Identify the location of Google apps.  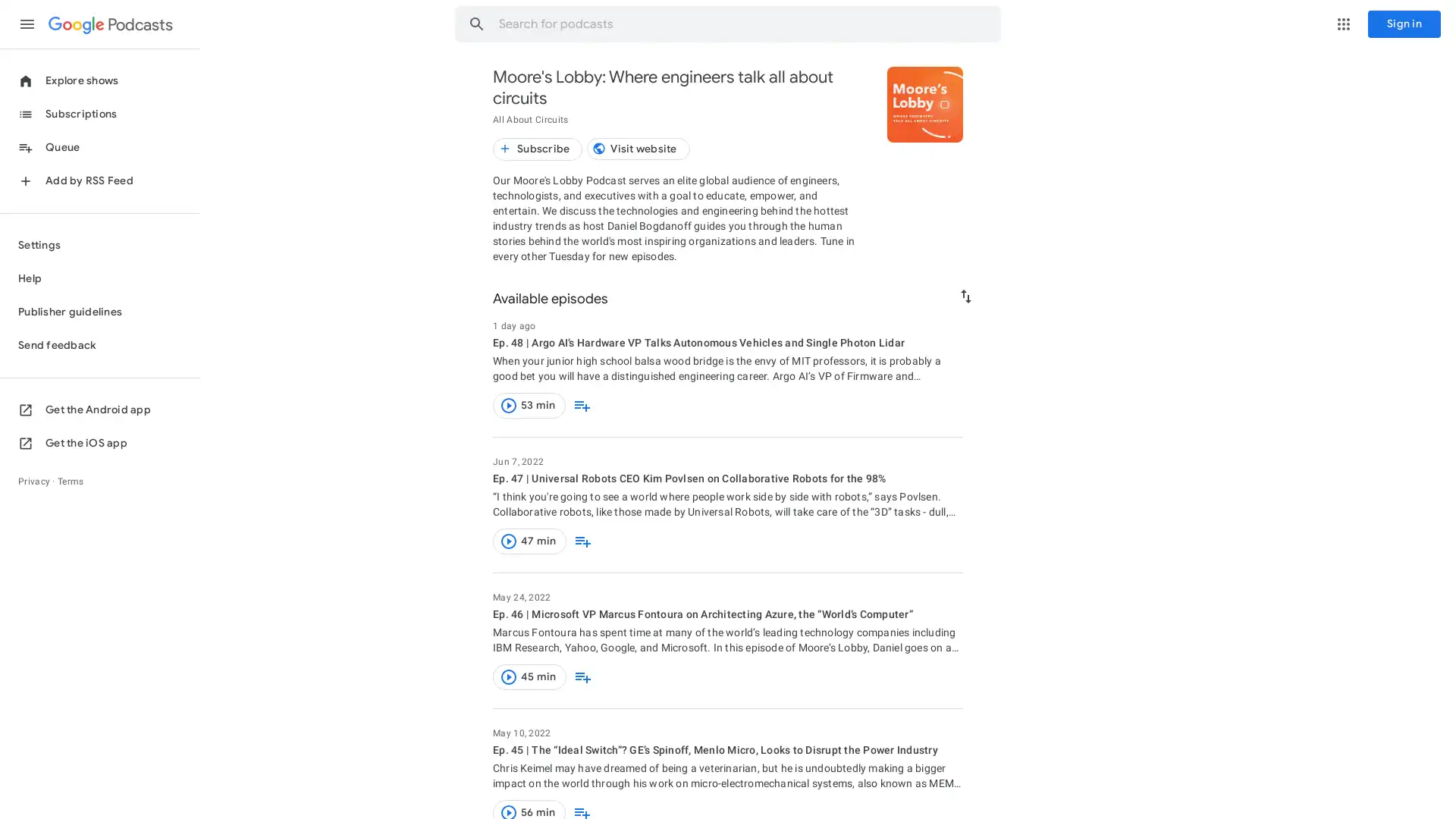
(1343, 24).